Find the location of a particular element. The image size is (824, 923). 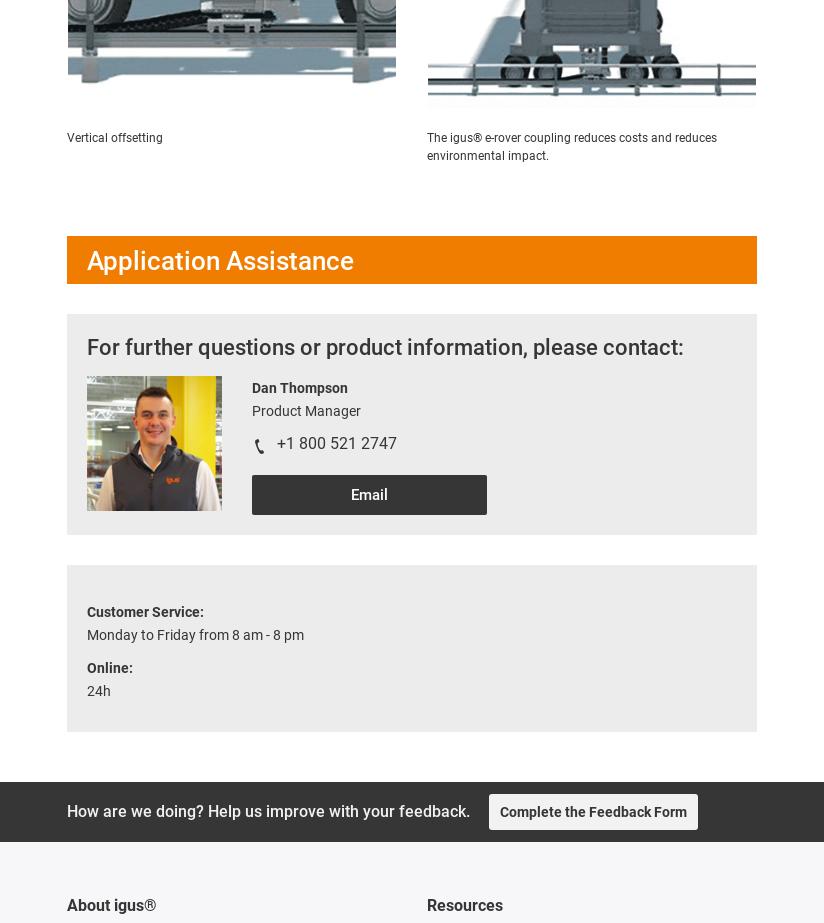

'For further questions or product information, please contact:' is located at coordinates (86, 347).